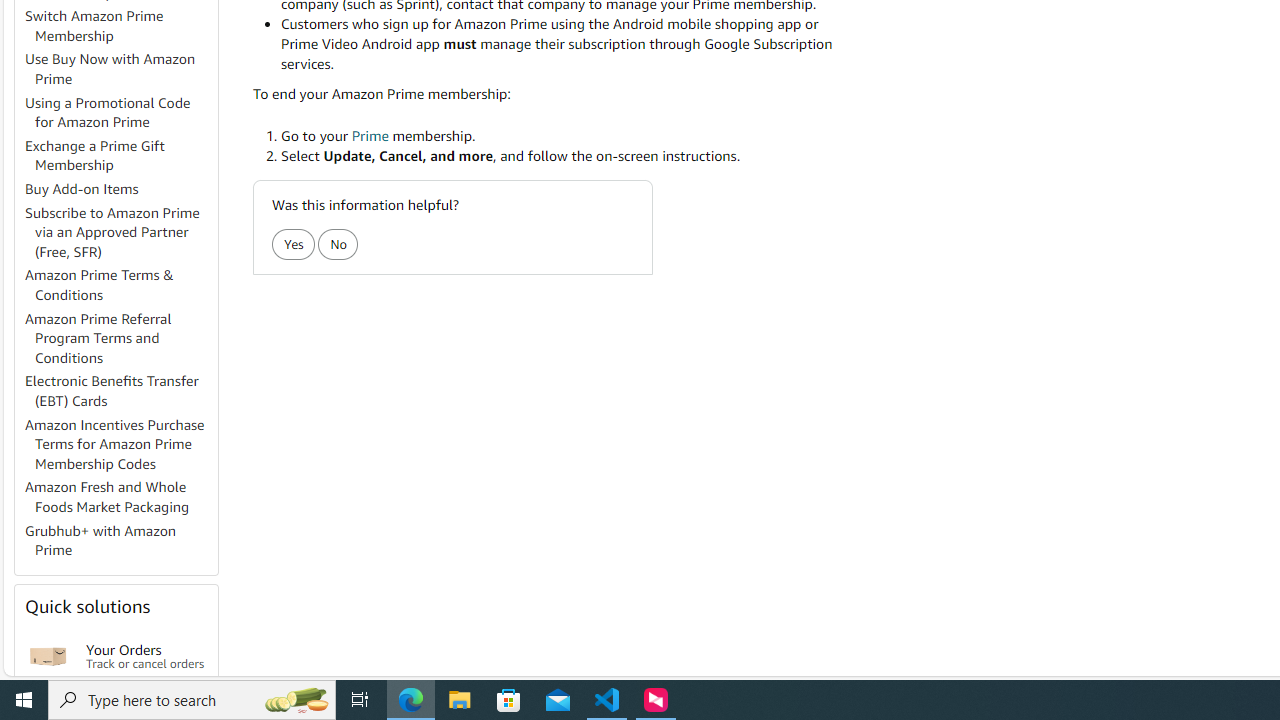  I want to click on 'Yes', so click(292, 243).